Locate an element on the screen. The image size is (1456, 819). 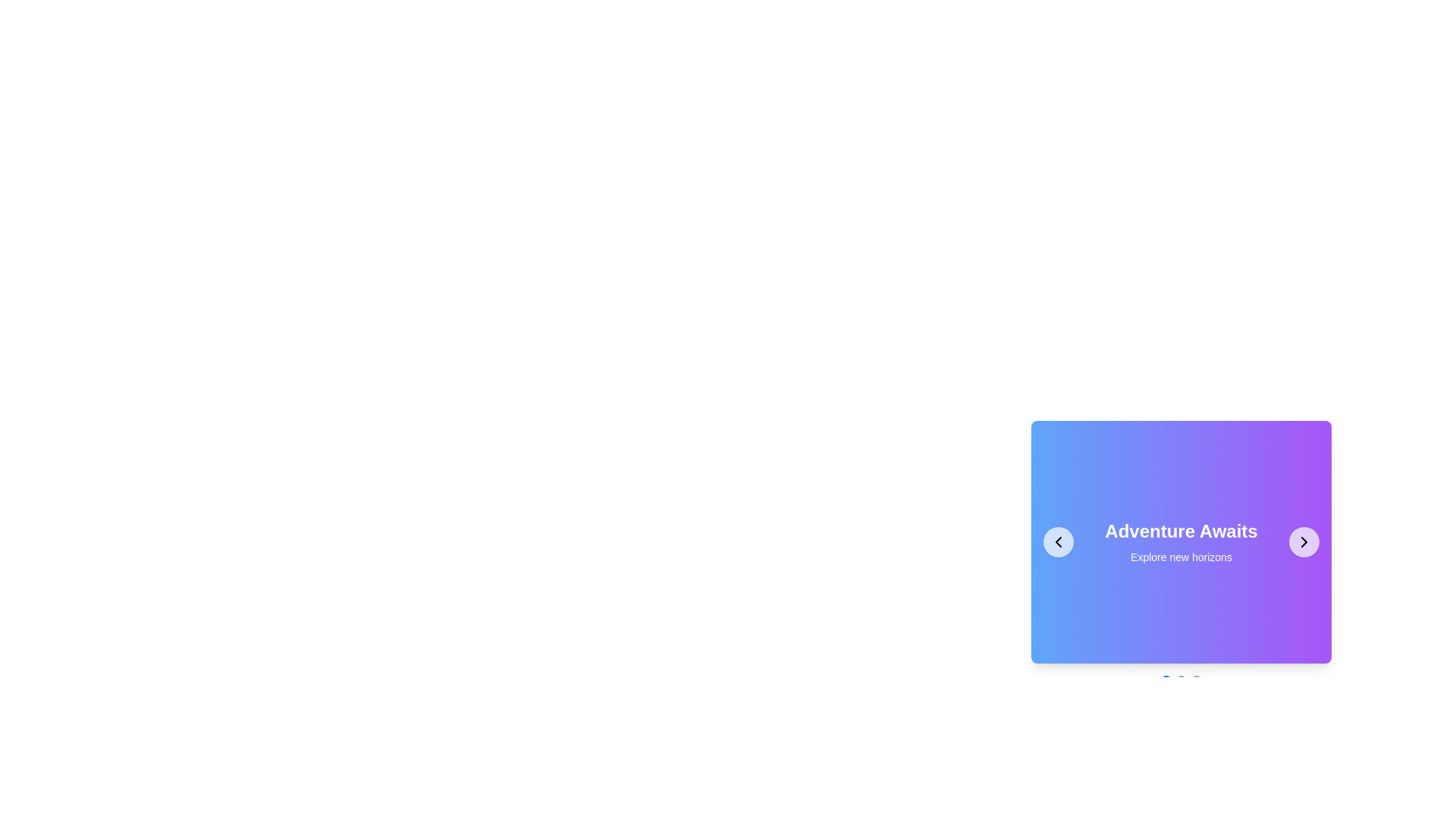
the circular button containing the leftward arrow icon is located at coordinates (1058, 541).